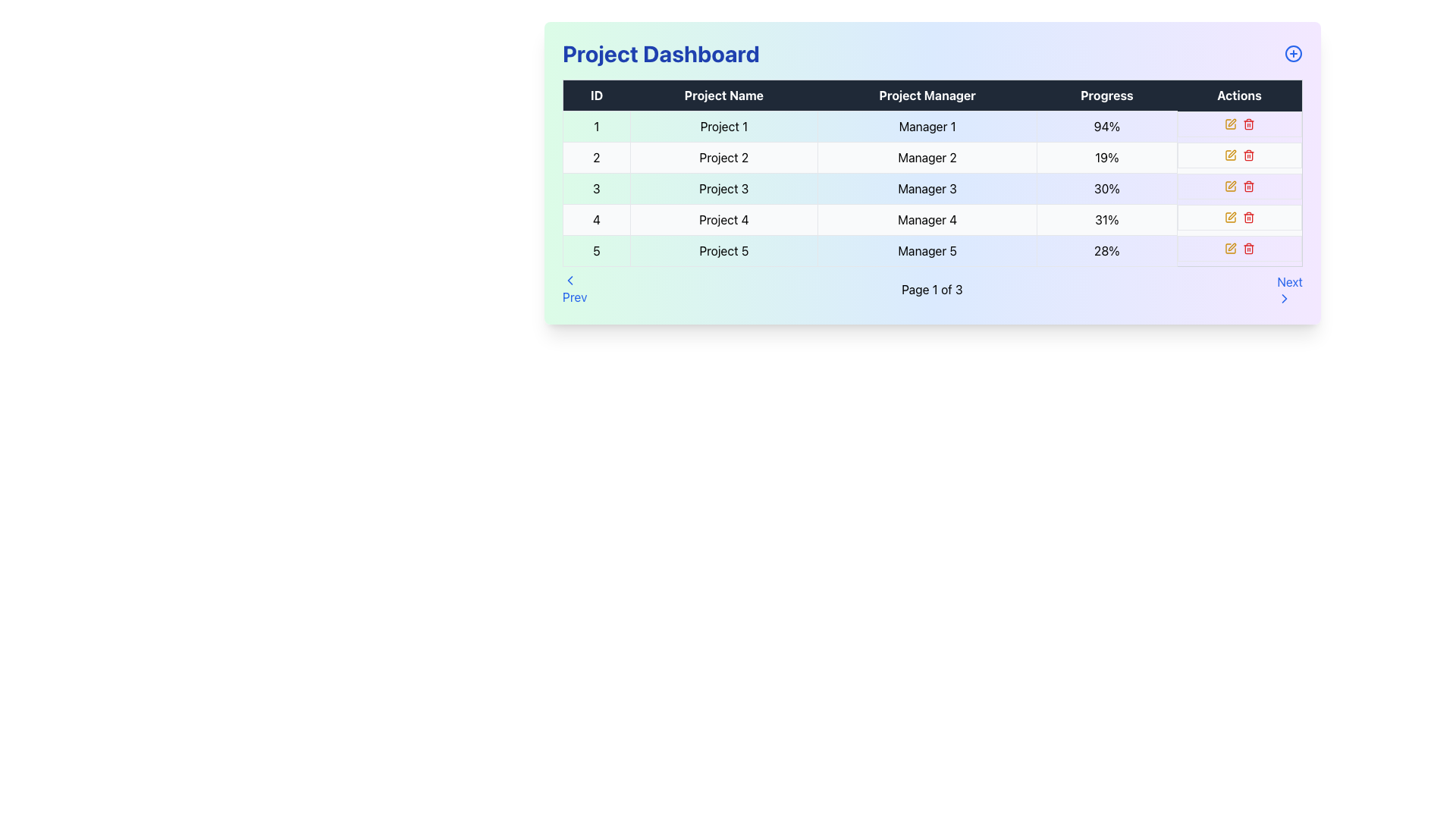  Describe the element at coordinates (1230, 123) in the screenshot. I see `the square-shaped pen icon in the 'Actions' column for 'Project 4'` at that location.